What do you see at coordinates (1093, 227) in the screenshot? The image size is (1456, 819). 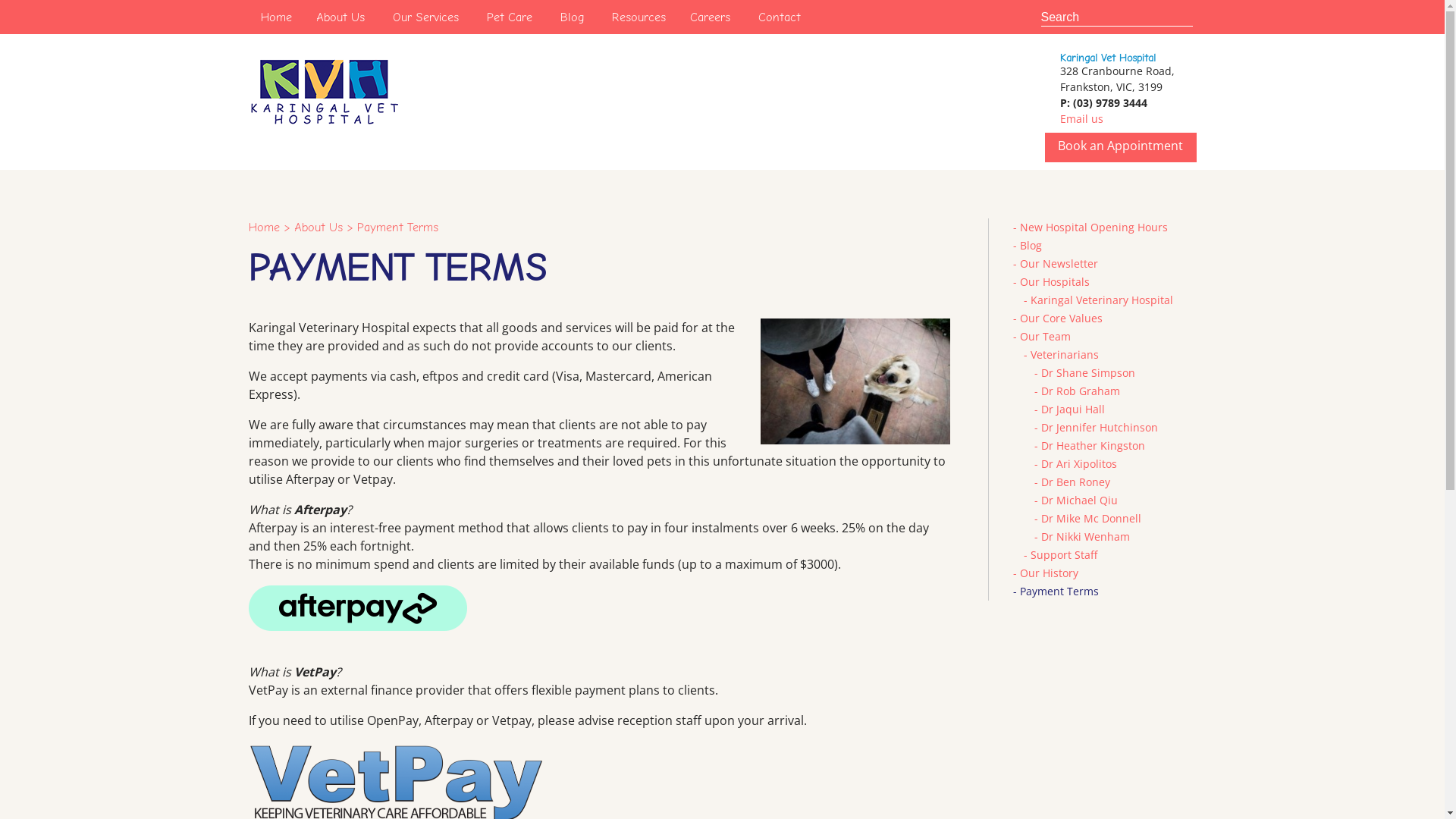 I see `'New Hospital Opening Hours'` at bounding box center [1093, 227].